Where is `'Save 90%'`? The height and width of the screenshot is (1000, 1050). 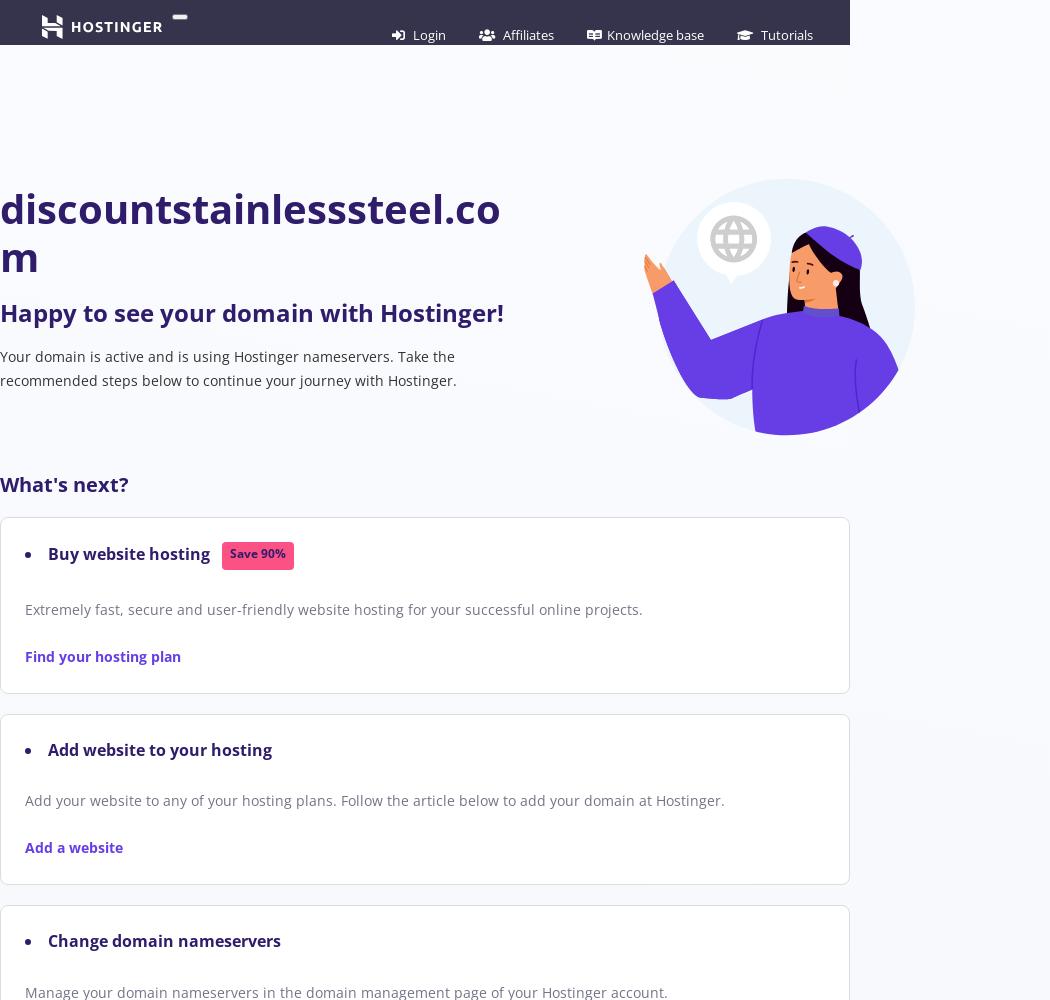
'Save 90%' is located at coordinates (257, 553).